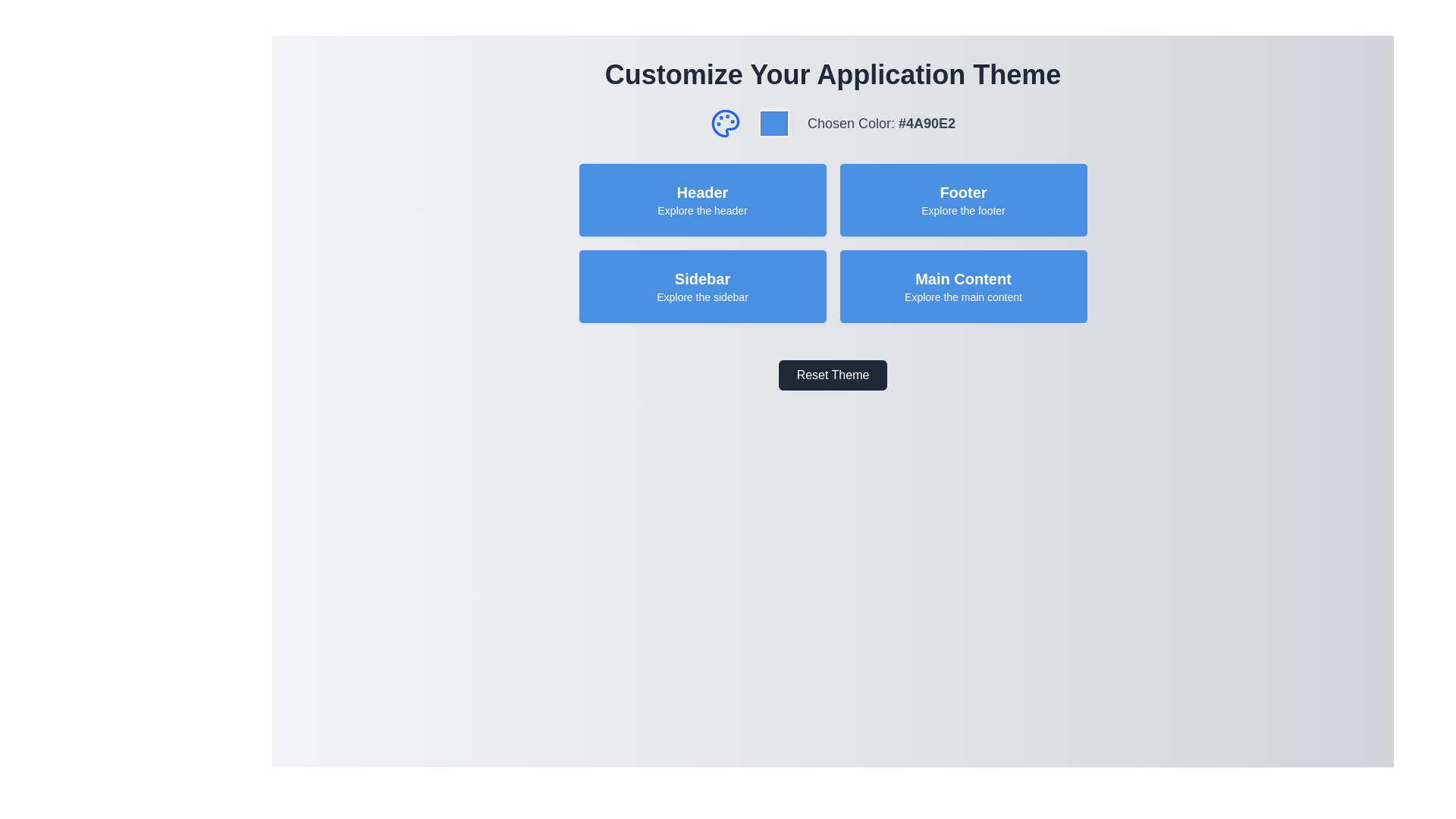 This screenshot has width=1456, height=819. I want to click on the blue button labeled 'Sidebar' that has two lines of text, positioned in the lower-left side of the grid layout, so click(701, 287).